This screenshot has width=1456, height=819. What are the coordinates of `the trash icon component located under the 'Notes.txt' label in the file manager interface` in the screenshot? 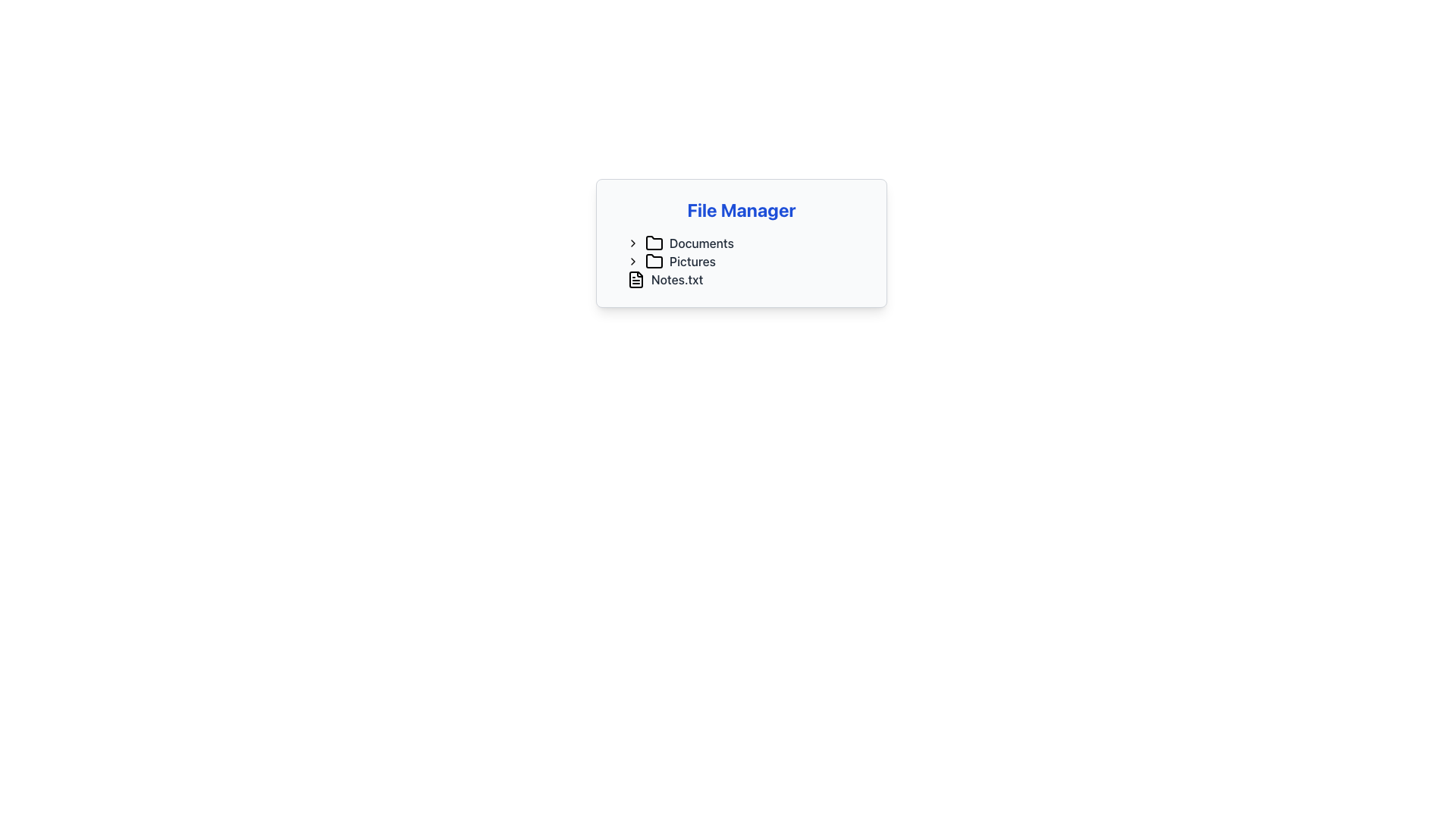 It's located at (730, 281).